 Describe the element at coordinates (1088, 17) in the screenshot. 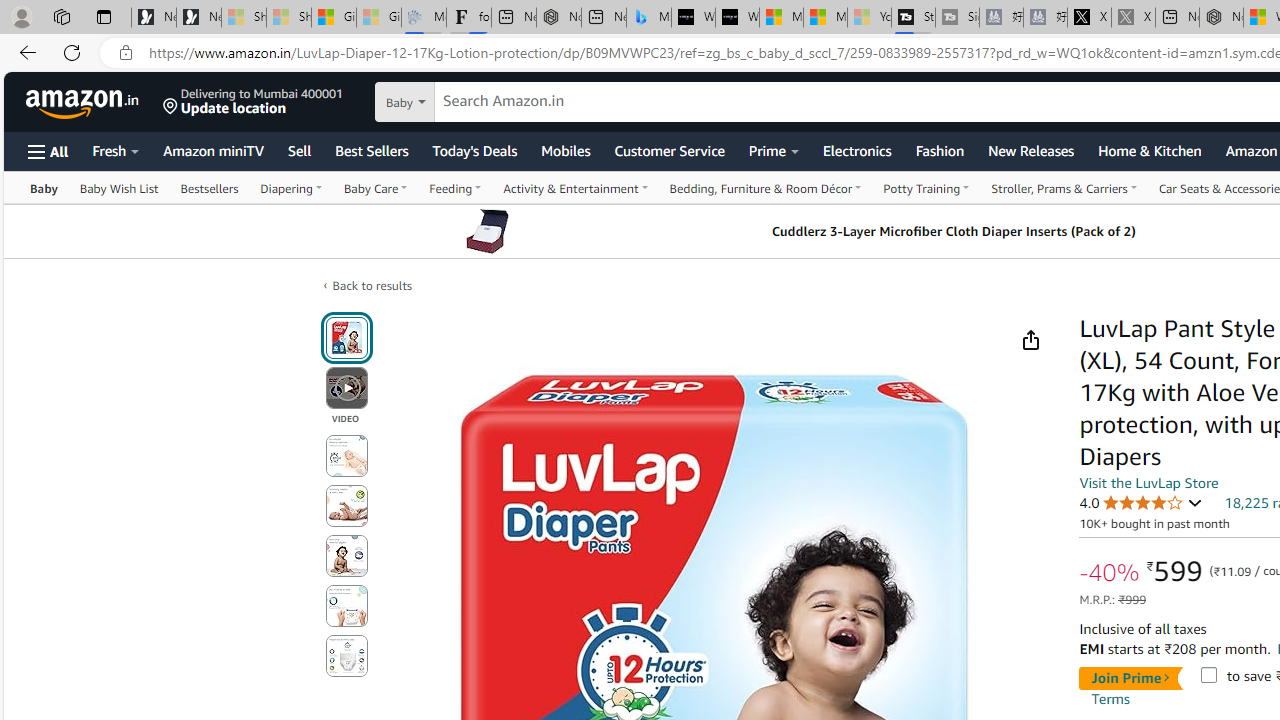

I see `'X'` at that location.